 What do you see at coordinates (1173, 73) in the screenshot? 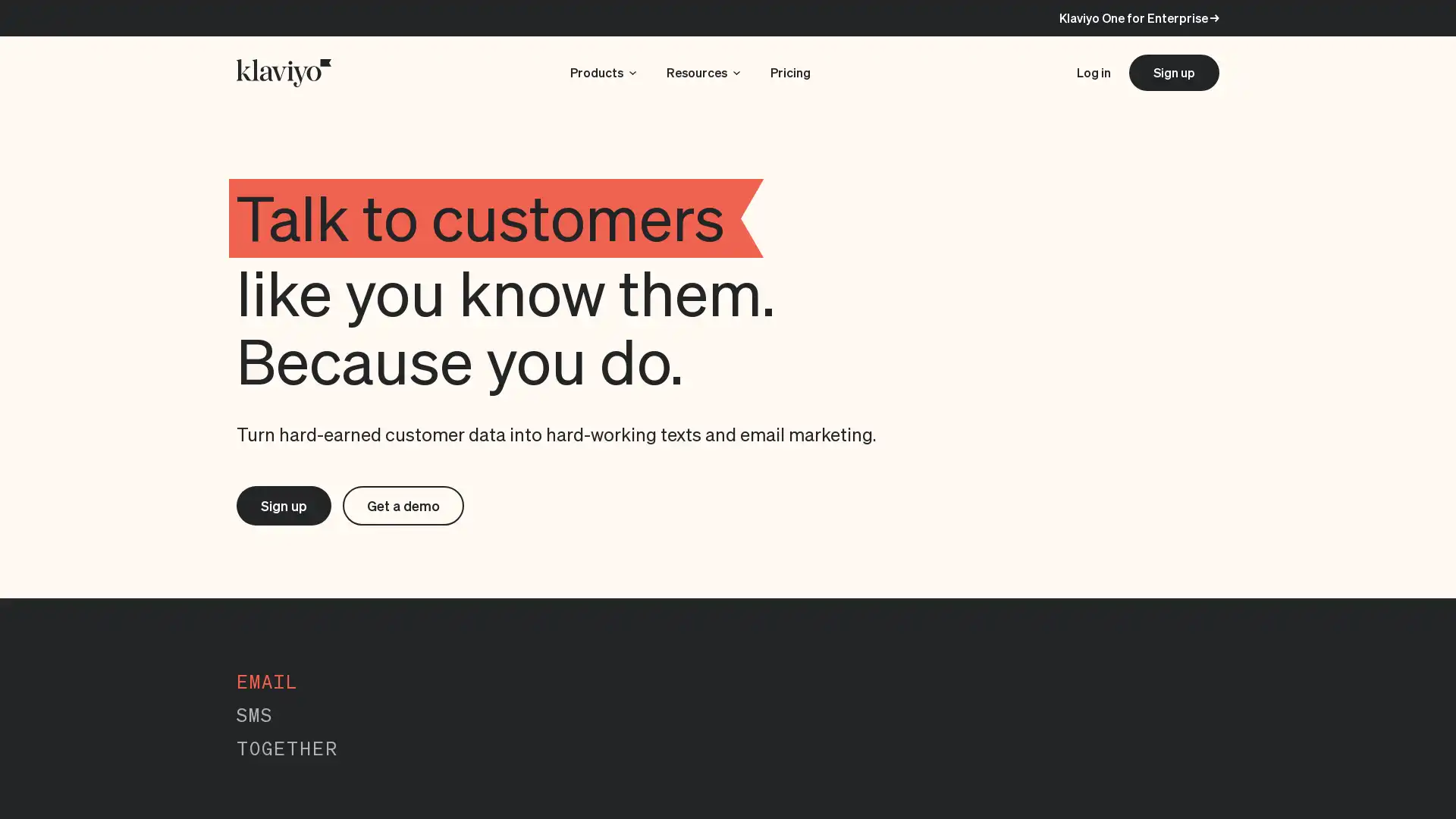
I see `Sign up` at bounding box center [1173, 73].